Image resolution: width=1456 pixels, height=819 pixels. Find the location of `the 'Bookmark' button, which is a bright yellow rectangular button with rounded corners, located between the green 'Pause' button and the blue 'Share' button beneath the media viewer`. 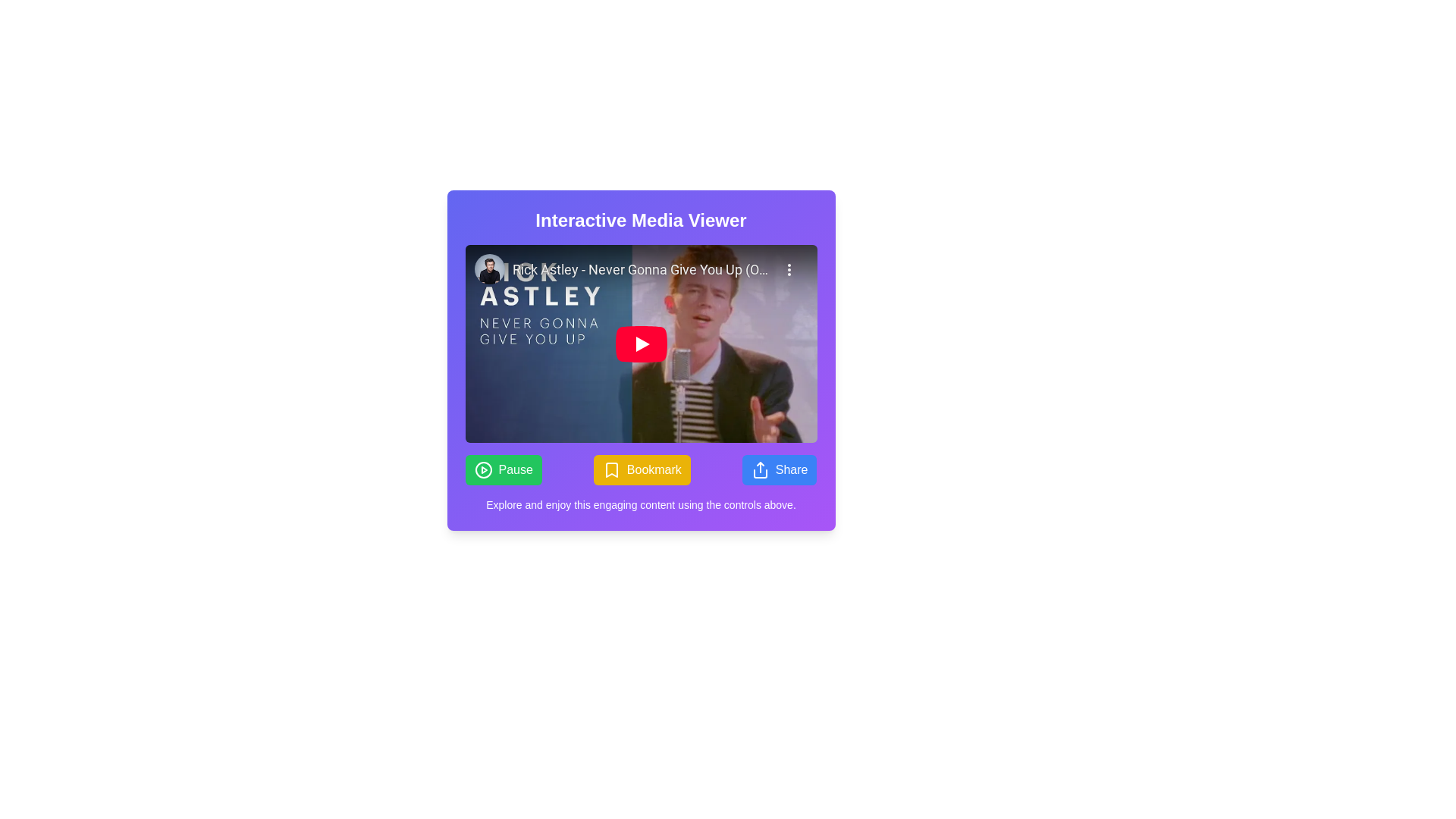

the 'Bookmark' button, which is a bright yellow rectangular button with rounded corners, located between the green 'Pause' button and the blue 'Share' button beneath the media viewer is located at coordinates (642, 469).